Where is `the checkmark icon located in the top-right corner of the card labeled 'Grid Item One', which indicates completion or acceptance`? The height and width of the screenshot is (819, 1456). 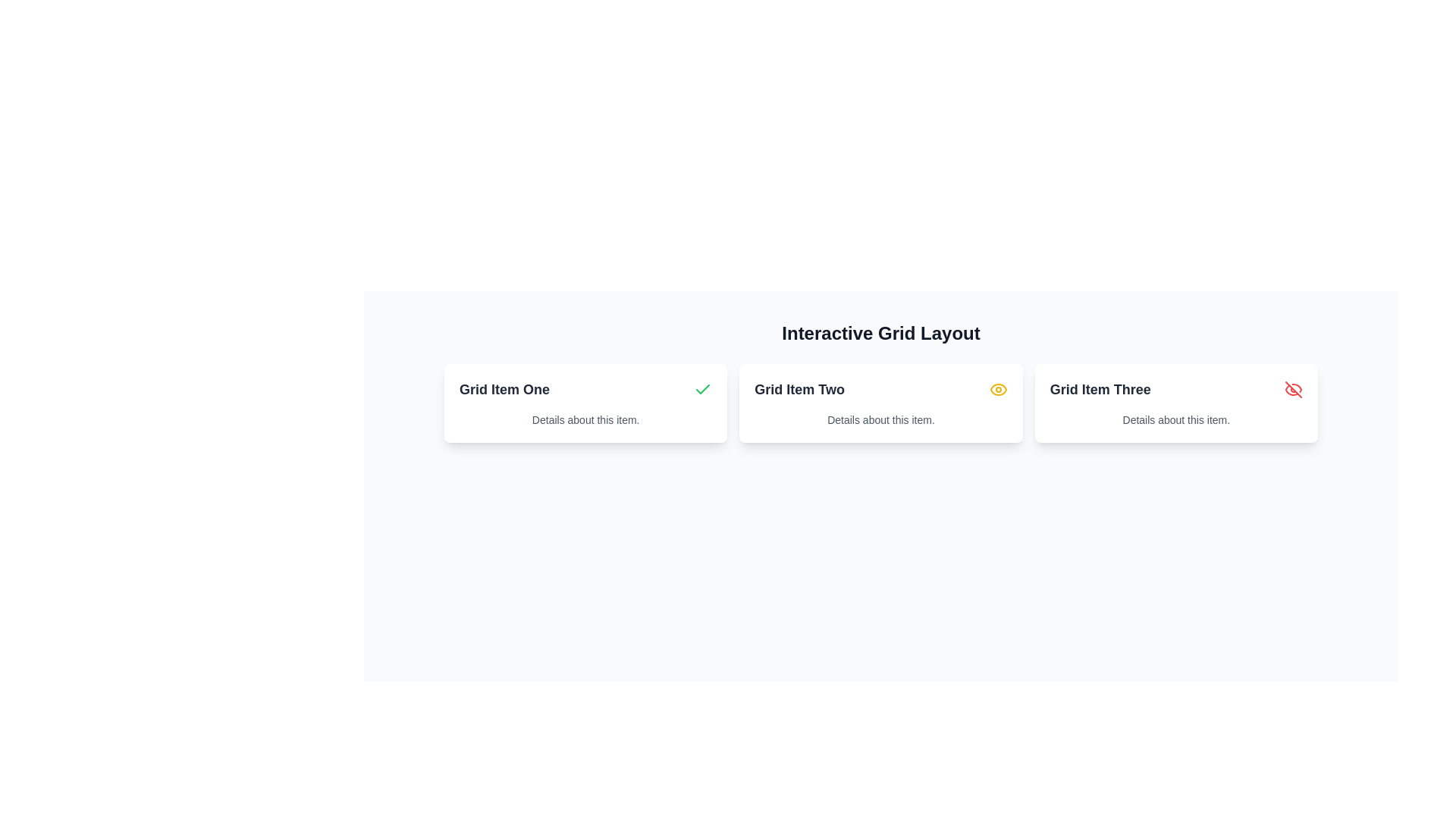
the checkmark icon located in the top-right corner of the card labeled 'Grid Item One', which indicates completion or acceptance is located at coordinates (702, 388).